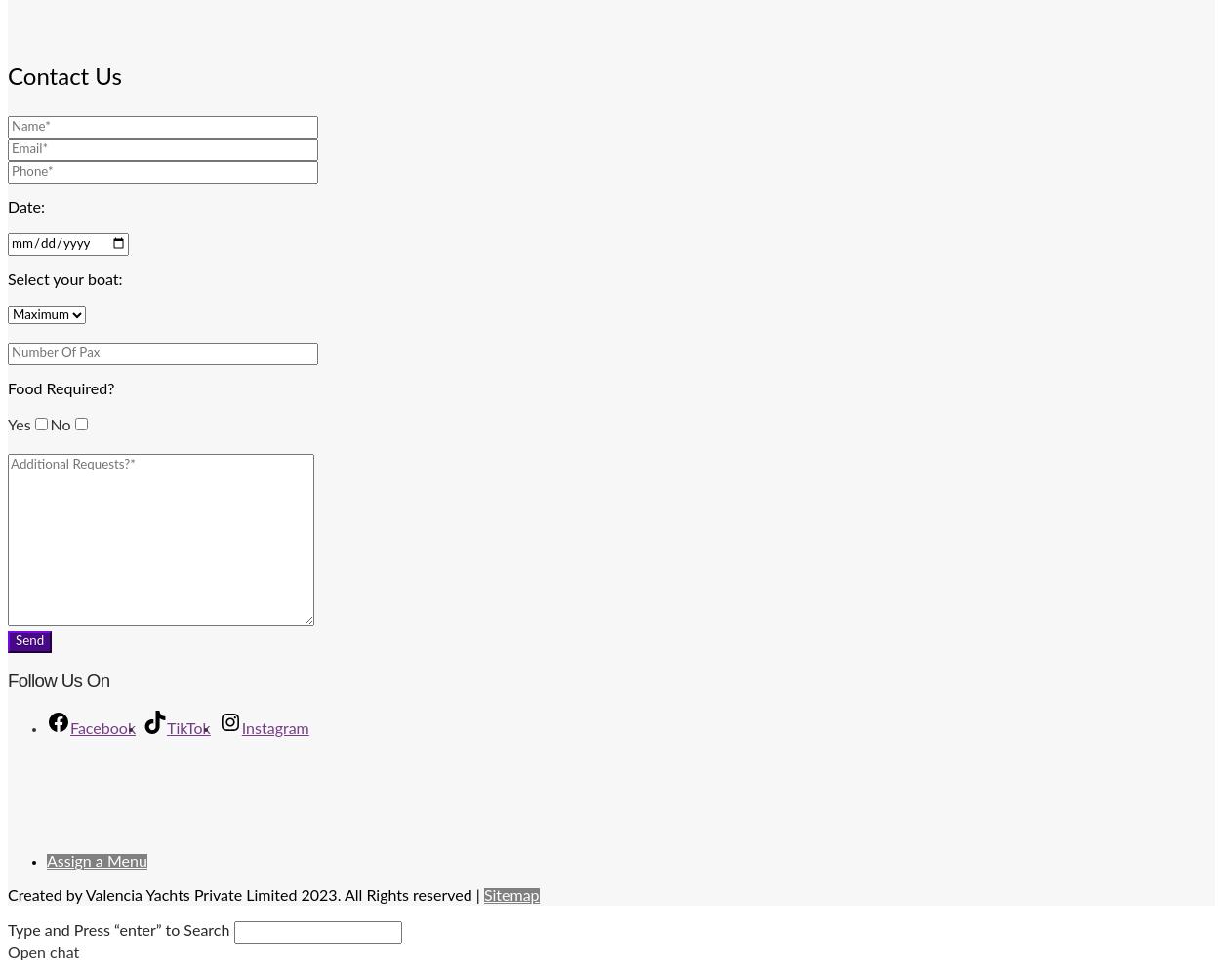  I want to click on 'Yes', so click(19, 424).